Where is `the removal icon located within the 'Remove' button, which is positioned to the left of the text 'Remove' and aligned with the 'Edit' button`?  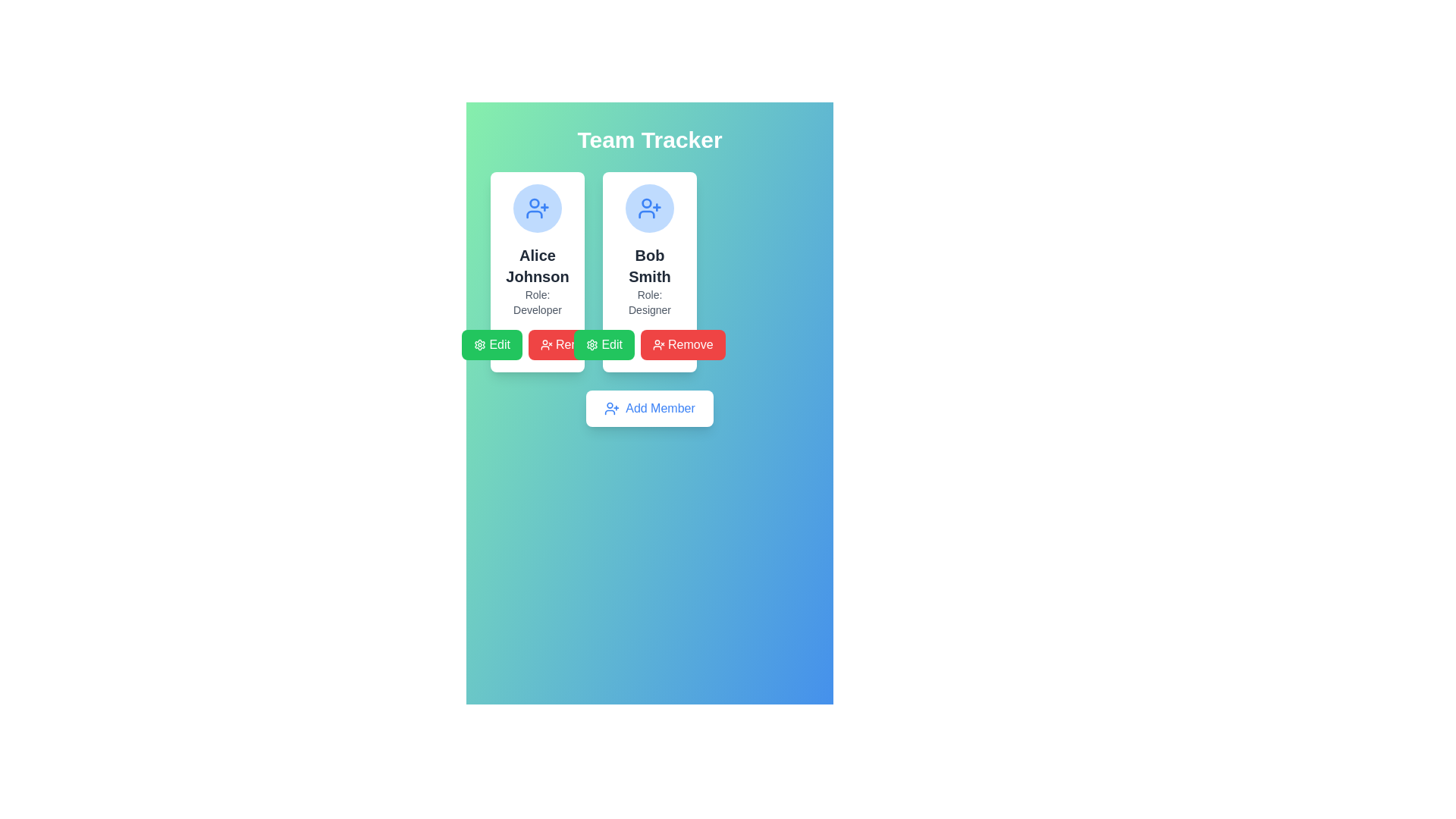
the removal icon located within the 'Remove' button, which is positioned to the left of the text 'Remove' and aligned with the 'Edit' button is located at coordinates (658, 345).